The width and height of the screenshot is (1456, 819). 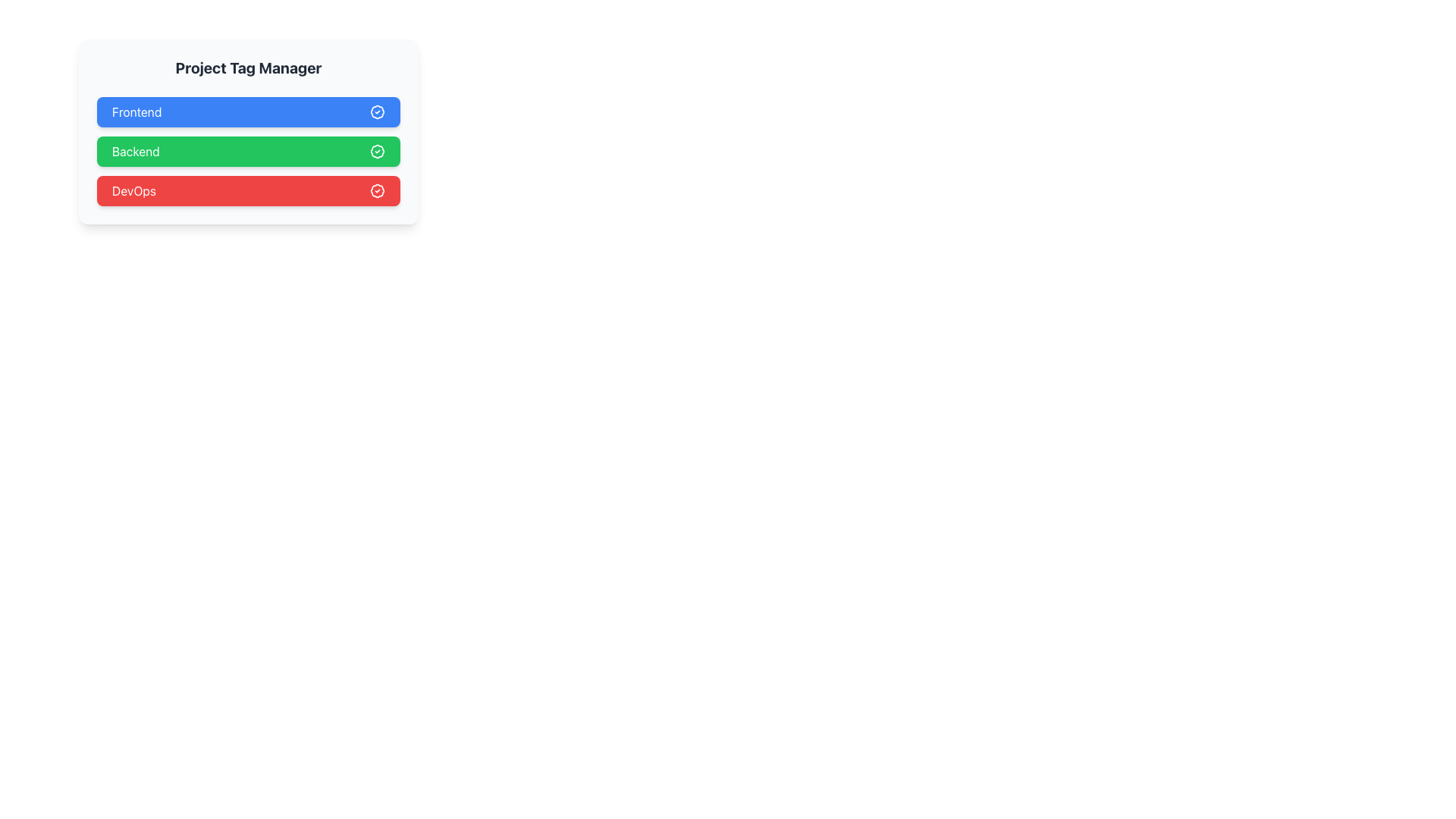 What do you see at coordinates (378, 190) in the screenshot?
I see `the status icon indicating the approval of the 'DevOps' category located at the far right of its row` at bounding box center [378, 190].